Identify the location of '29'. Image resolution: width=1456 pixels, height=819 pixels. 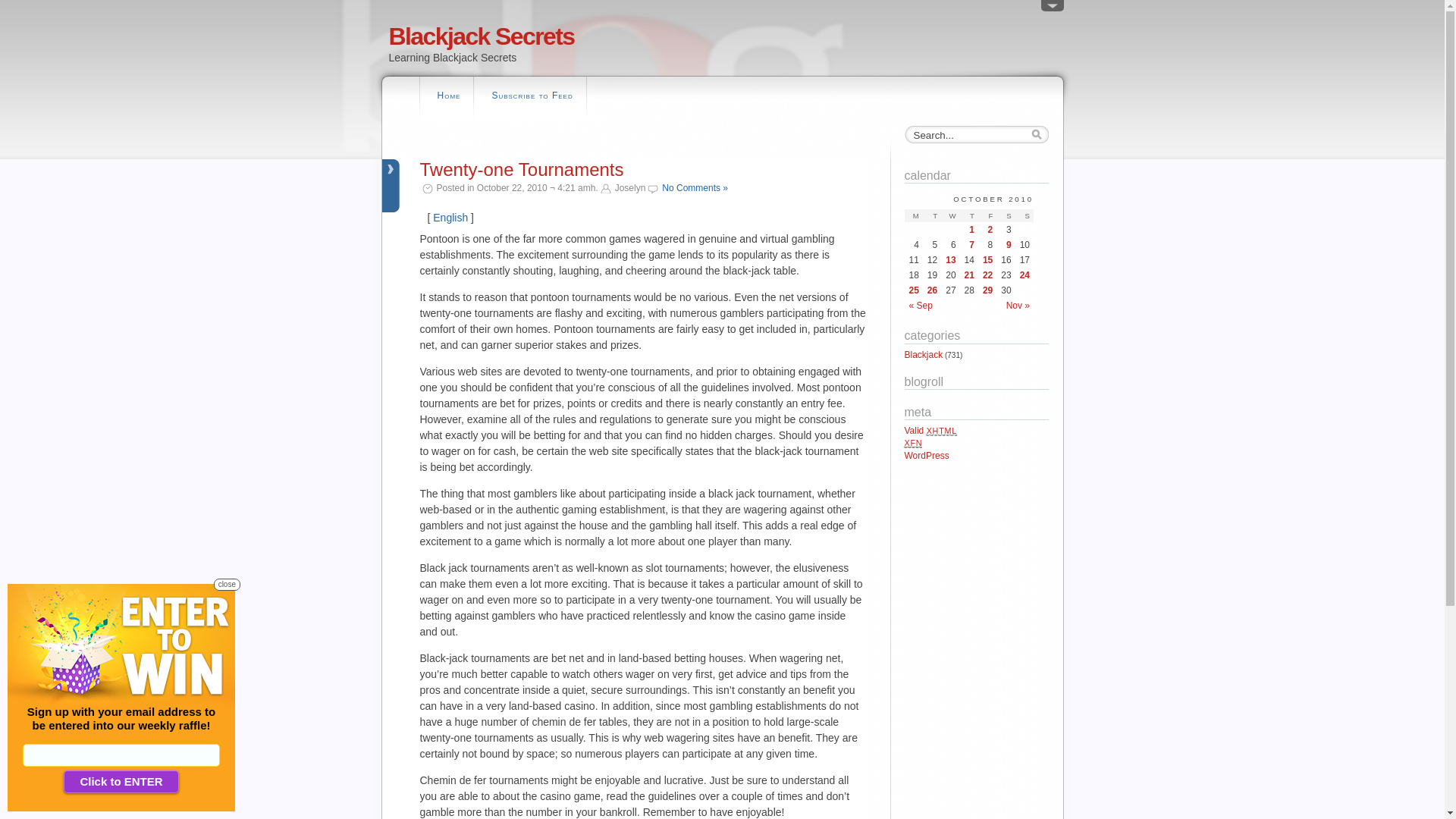
(987, 290).